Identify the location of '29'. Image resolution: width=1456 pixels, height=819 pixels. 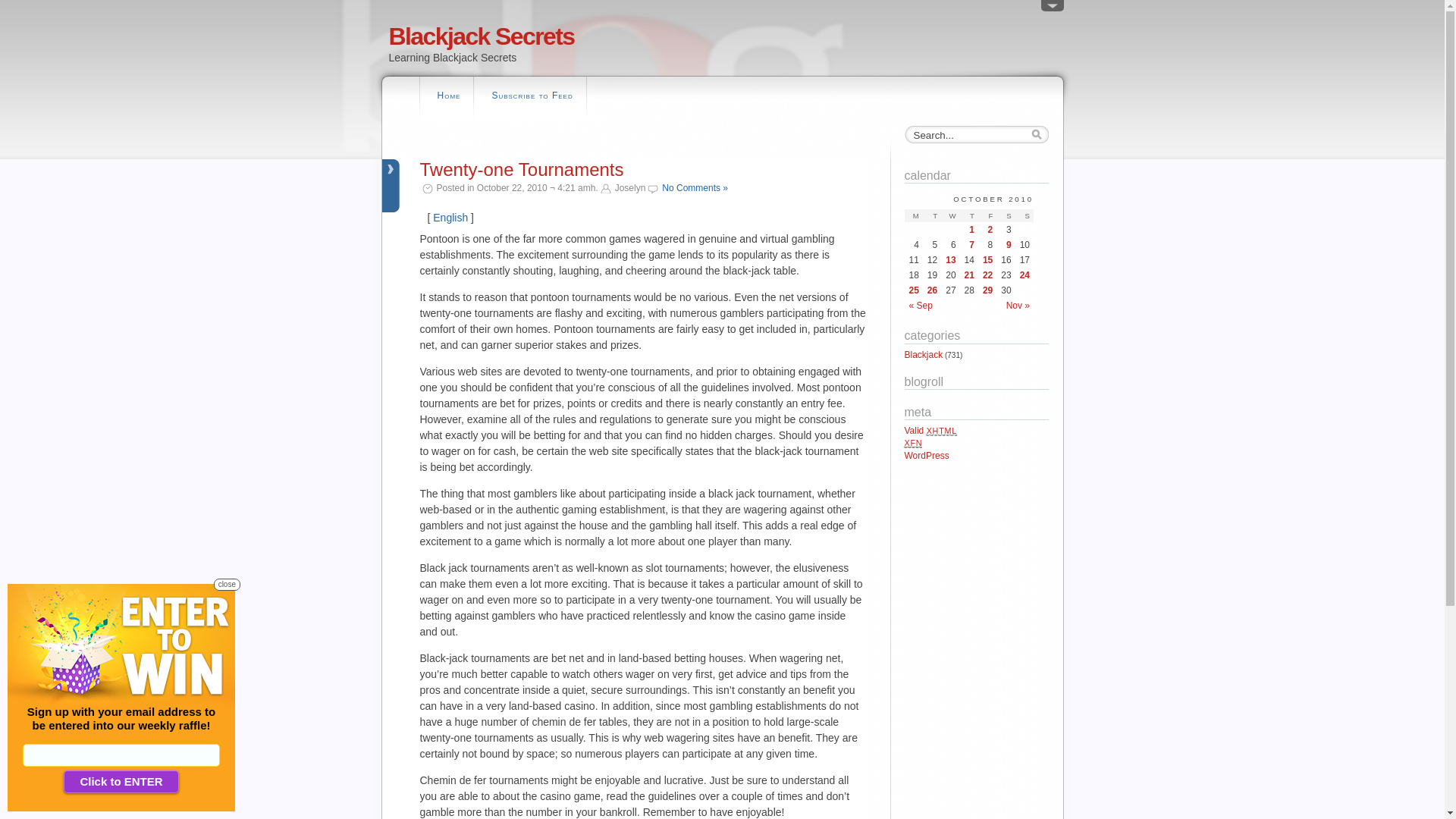
(987, 290).